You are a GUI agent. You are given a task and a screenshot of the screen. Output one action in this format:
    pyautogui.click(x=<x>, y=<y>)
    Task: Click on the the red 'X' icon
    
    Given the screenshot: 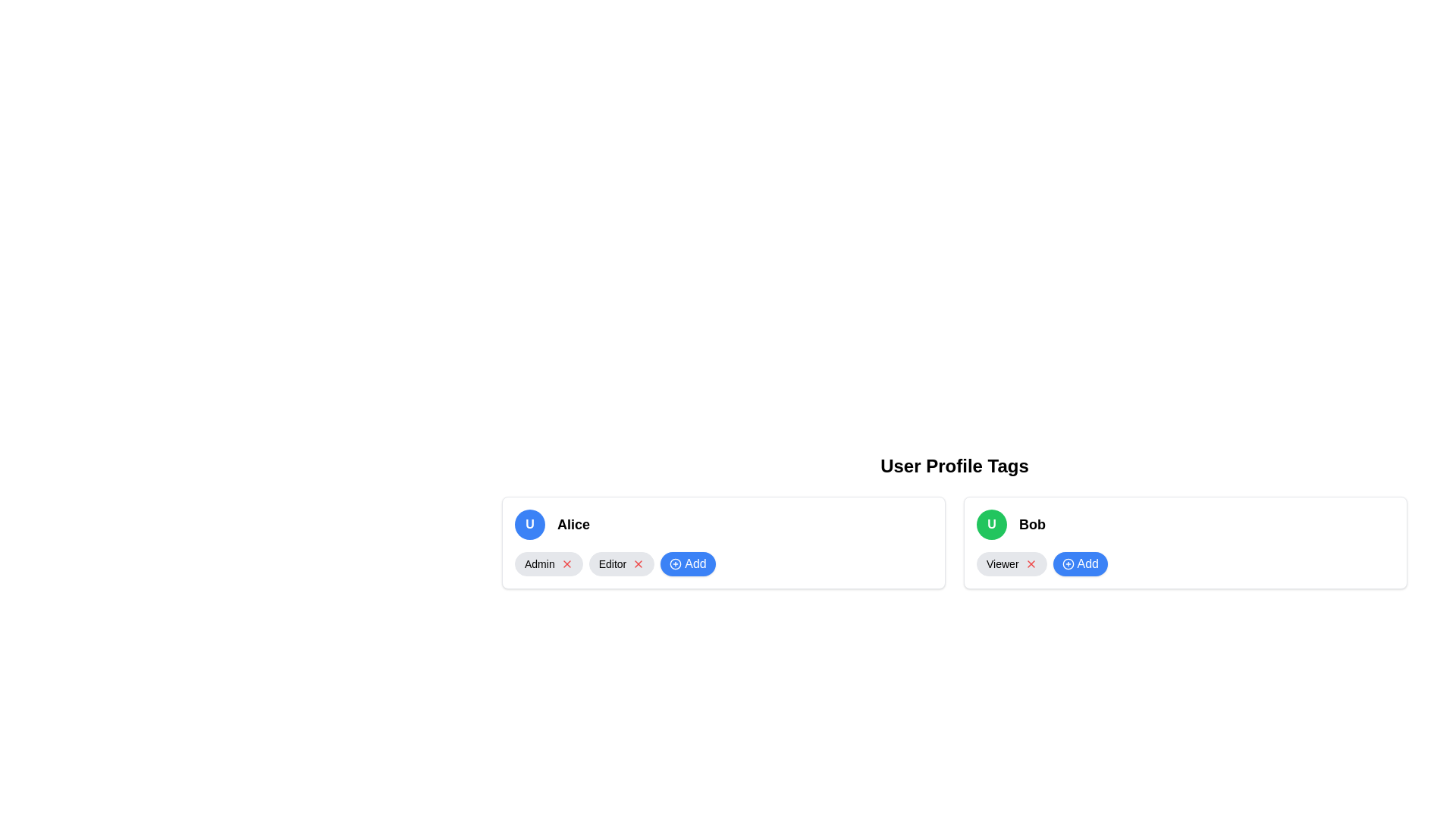 What is the action you would take?
    pyautogui.click(x=566, y=564)
    